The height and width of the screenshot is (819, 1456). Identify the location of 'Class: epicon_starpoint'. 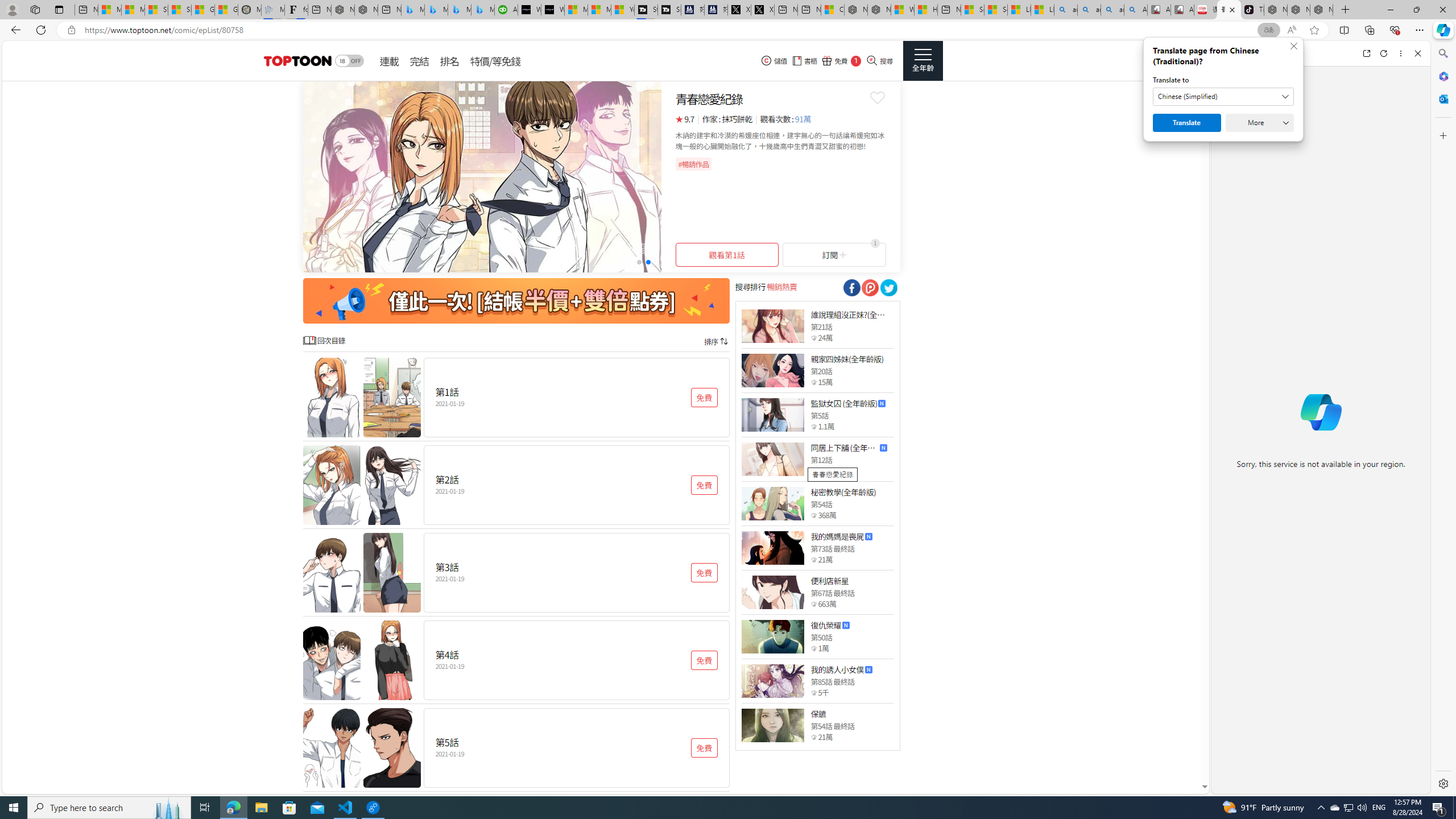
(813, 737).